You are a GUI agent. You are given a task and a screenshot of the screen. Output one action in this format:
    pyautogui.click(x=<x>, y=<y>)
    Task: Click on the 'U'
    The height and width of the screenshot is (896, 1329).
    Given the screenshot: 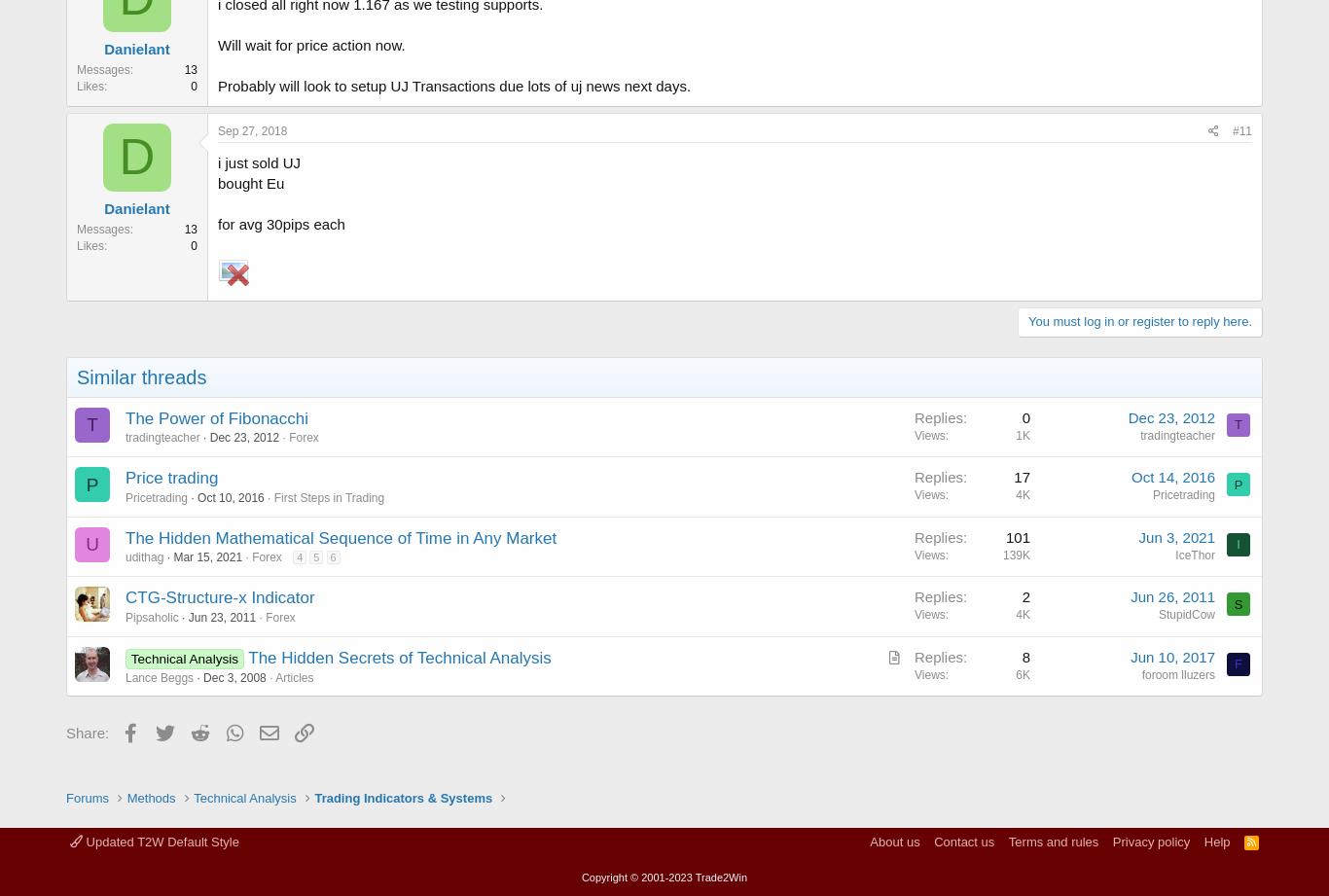 What is the action you would take?
    pyautogui.click(x=91, y=543)
    